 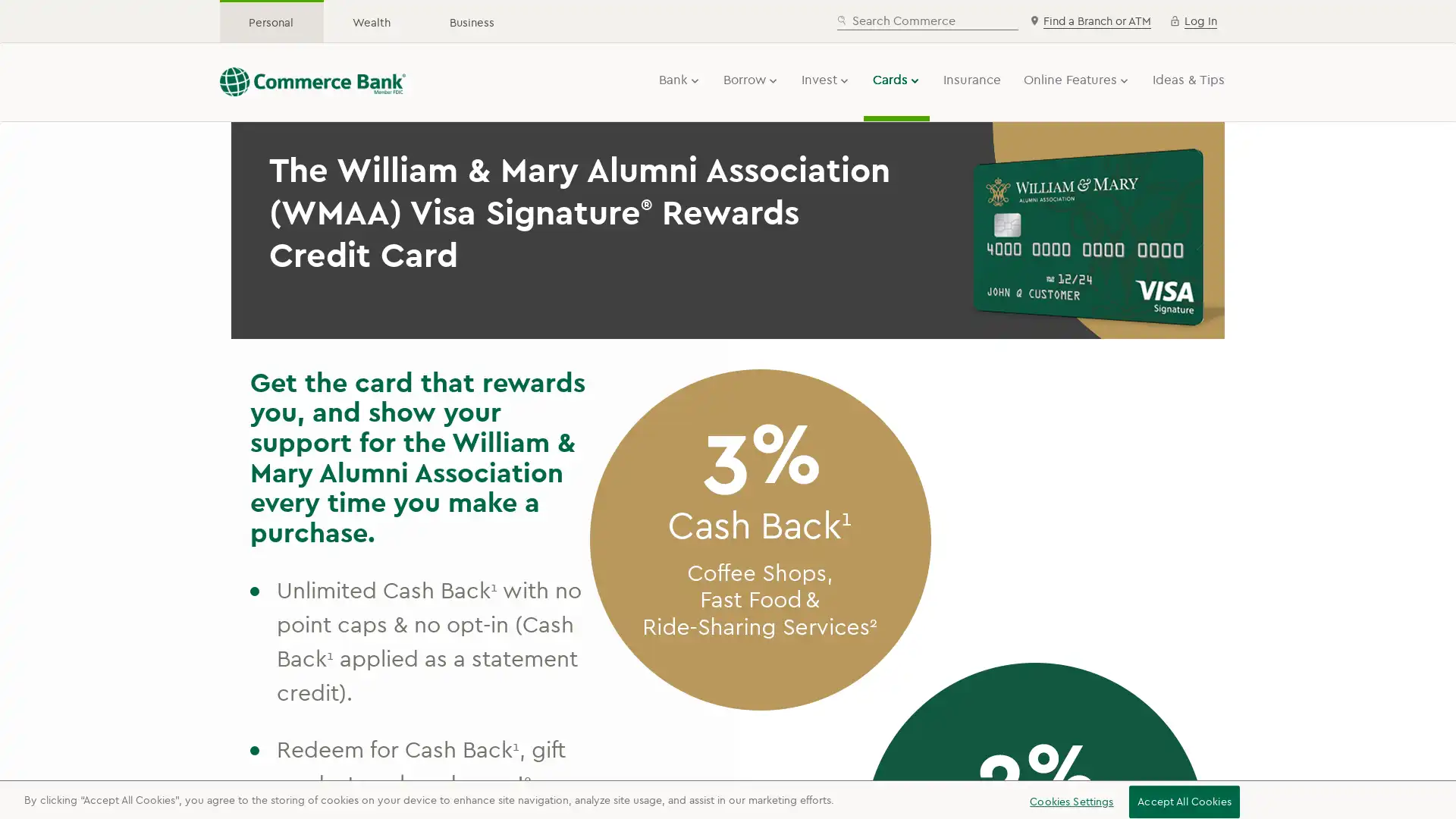 What do you see at coordinates (1183, 800) in the screenshot?
I see `Accept All Cookies` at bounding box center [1183, 800].